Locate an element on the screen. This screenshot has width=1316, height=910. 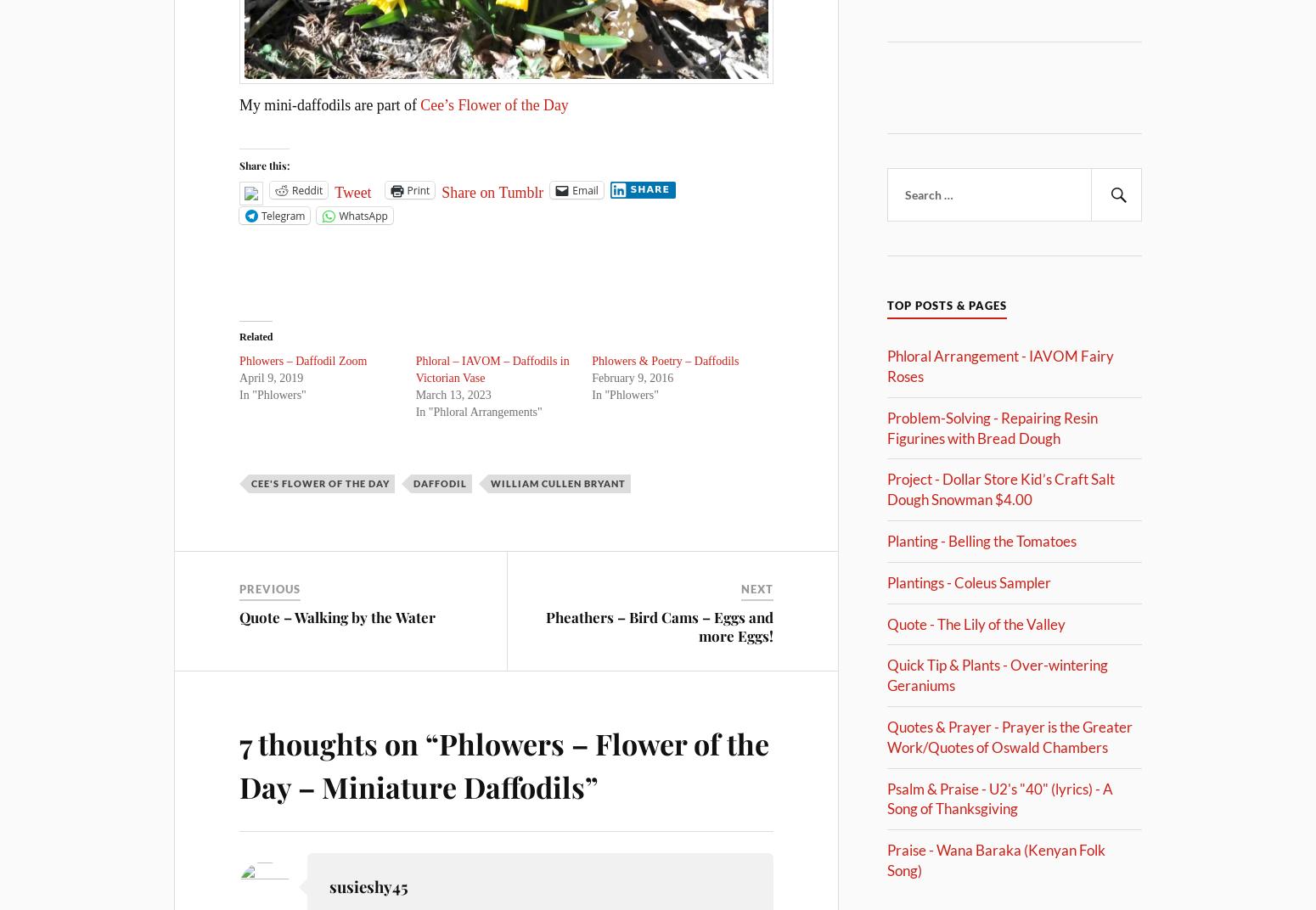
'Quick Tip & Plants - Over-wintering Geraniums' is located at coordinates (998, 675).